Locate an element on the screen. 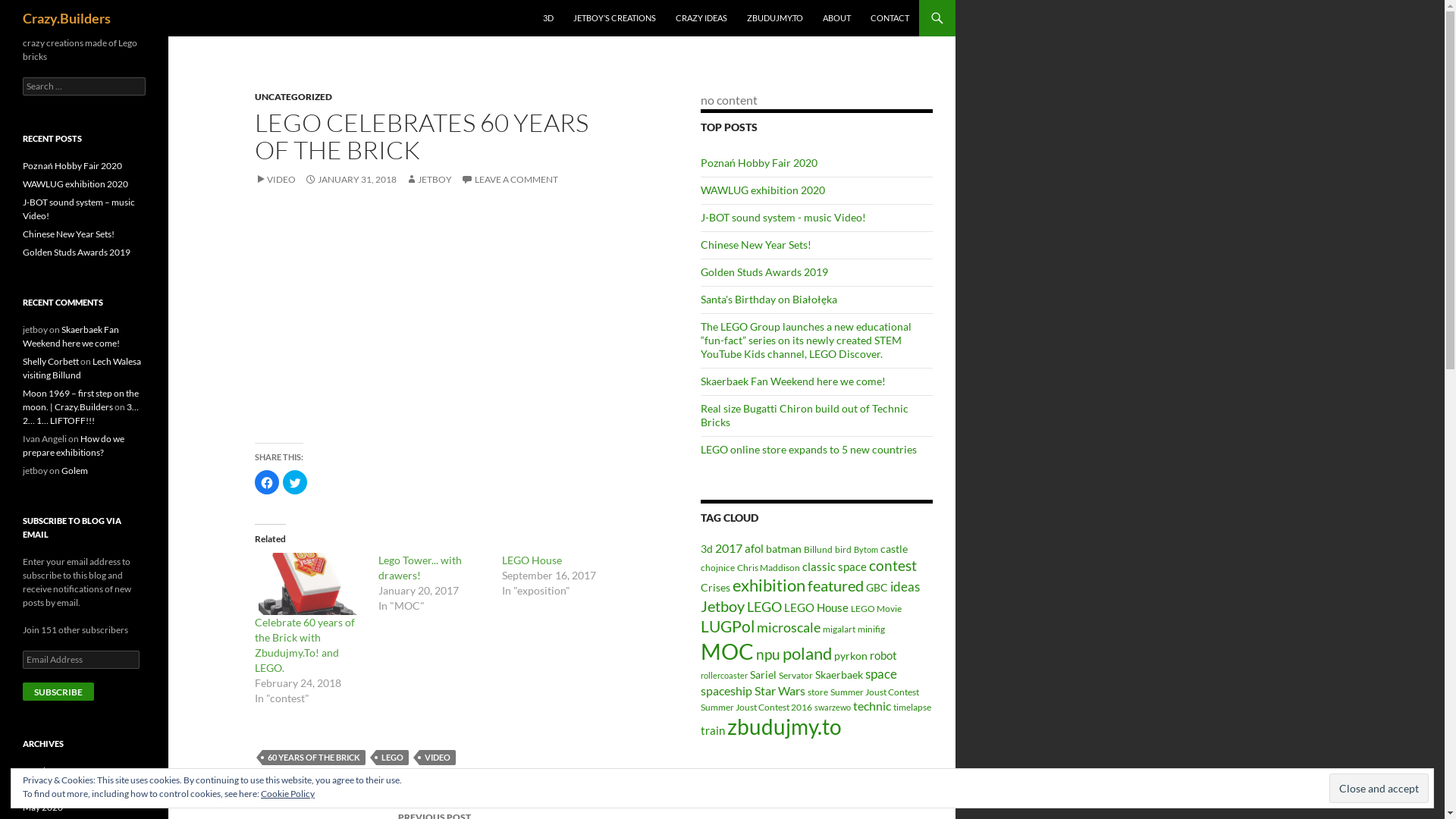 This screenshot has height=819, width=1456. 'Bytom' is located at coordinates (866, 549).